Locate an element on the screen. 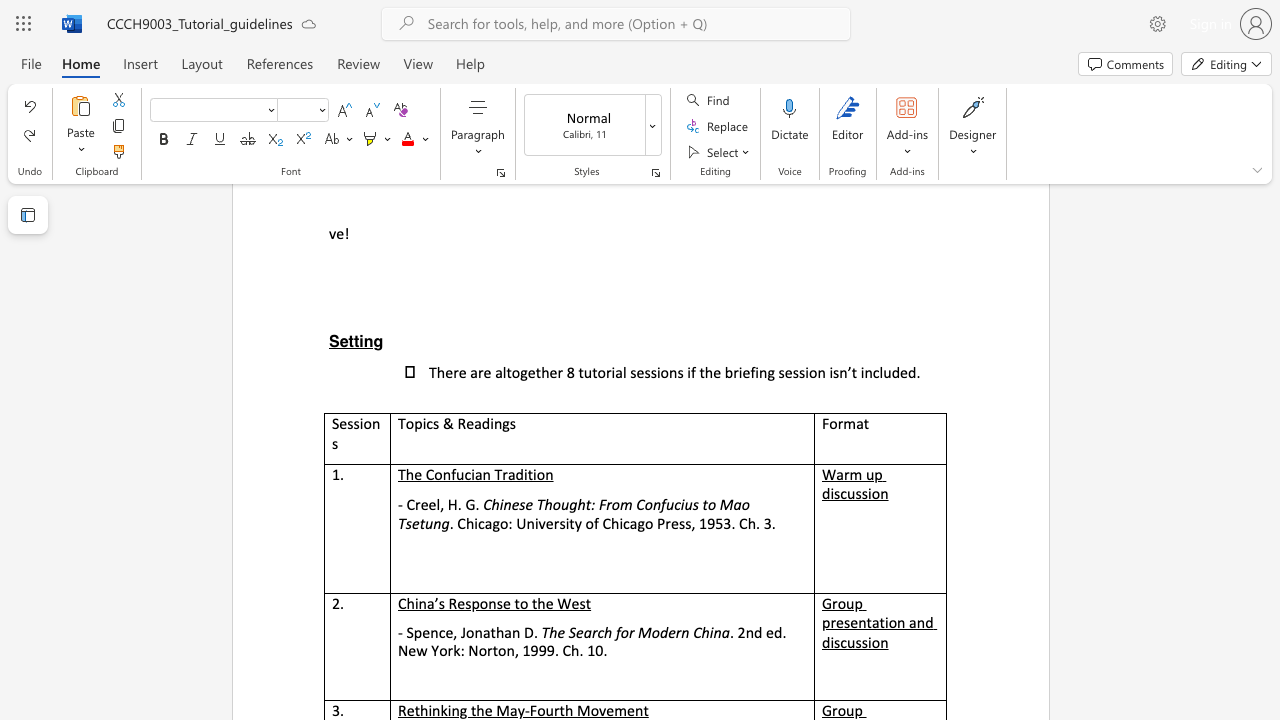 The width and height of the screenshot is (1280, 720). the subset text "s Respo" within the text "China’s Response to the West" is located at coordinates (437, 602).